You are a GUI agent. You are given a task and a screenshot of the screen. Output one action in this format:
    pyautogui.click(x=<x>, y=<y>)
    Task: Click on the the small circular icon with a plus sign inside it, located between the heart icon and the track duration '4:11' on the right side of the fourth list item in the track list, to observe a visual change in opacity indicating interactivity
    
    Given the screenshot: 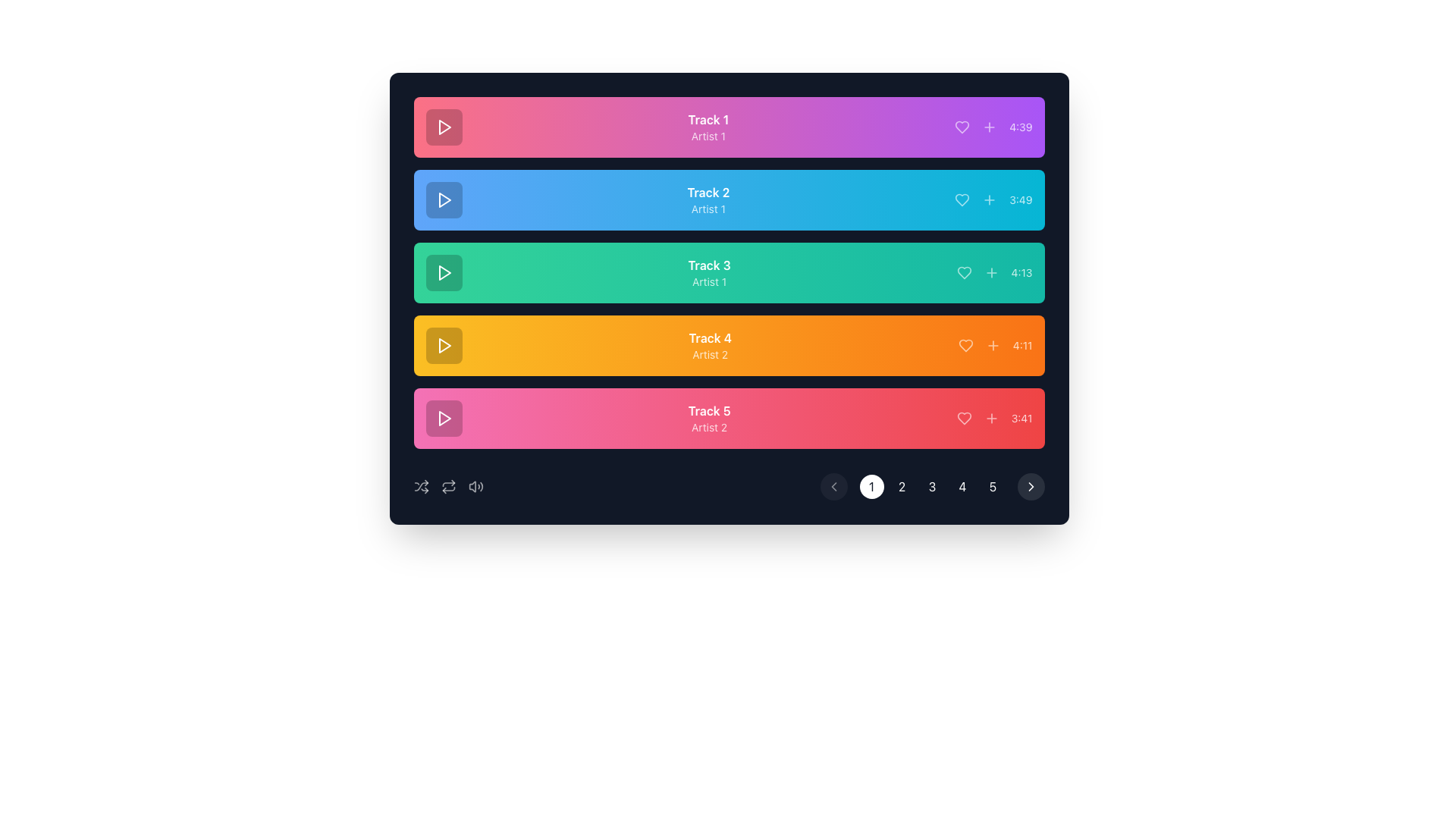 What is the action you would take?
    pyautogui.click(x=993, y=345)
    